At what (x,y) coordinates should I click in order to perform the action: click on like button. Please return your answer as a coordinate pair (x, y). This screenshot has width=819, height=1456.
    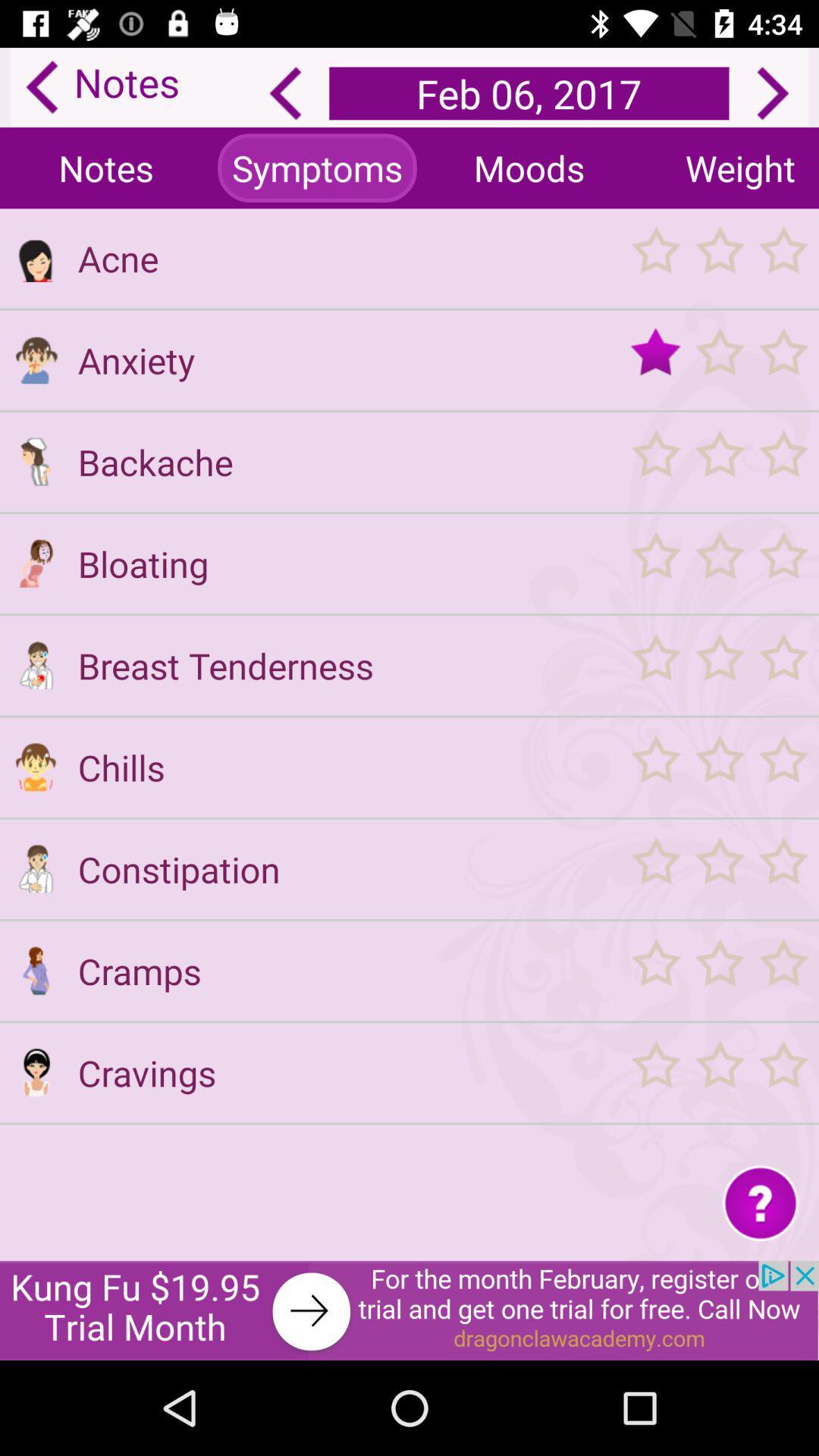
    Looking at the image, I should click on (718, 359).